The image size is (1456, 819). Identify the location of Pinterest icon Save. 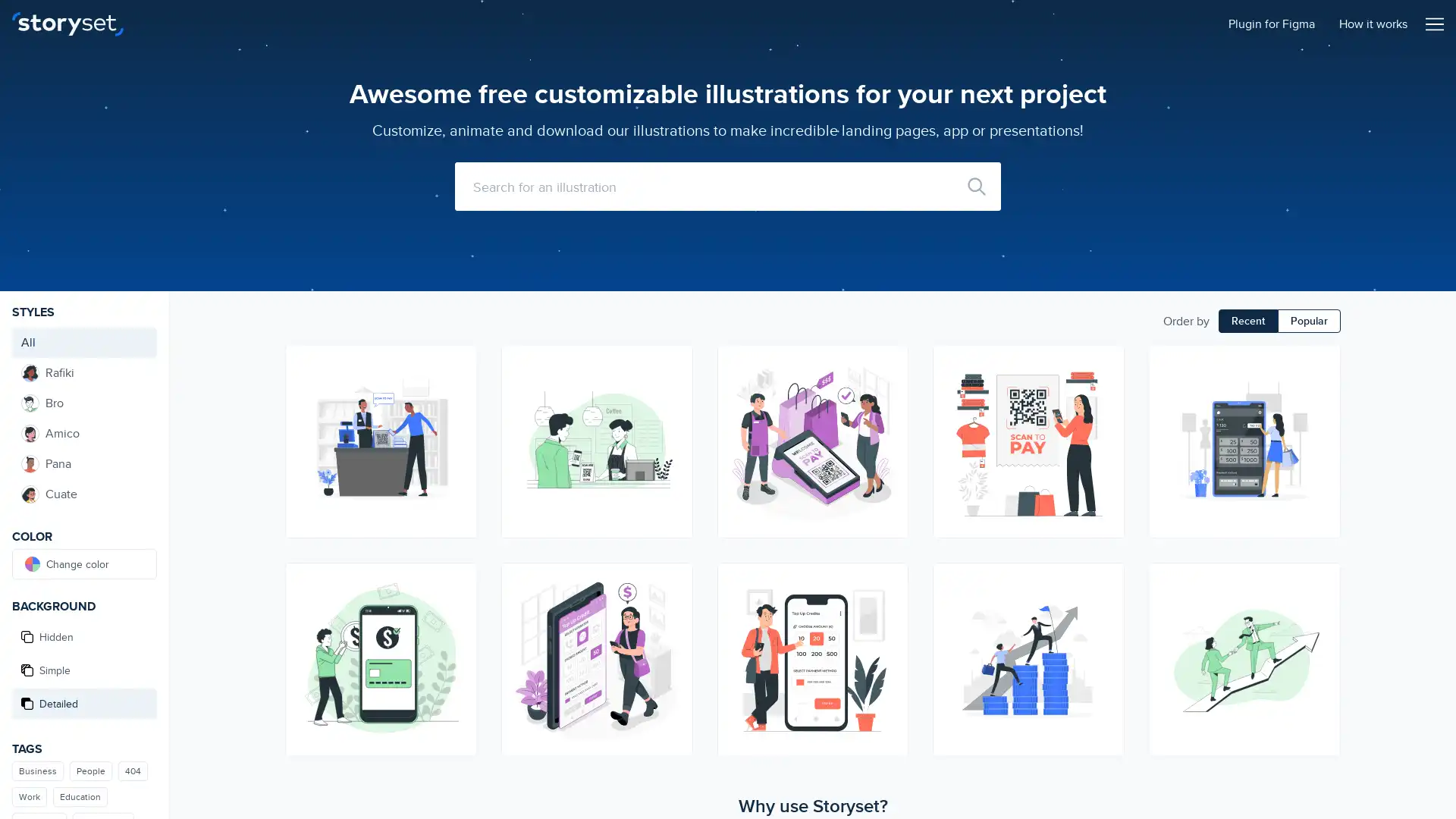
(673, 635).